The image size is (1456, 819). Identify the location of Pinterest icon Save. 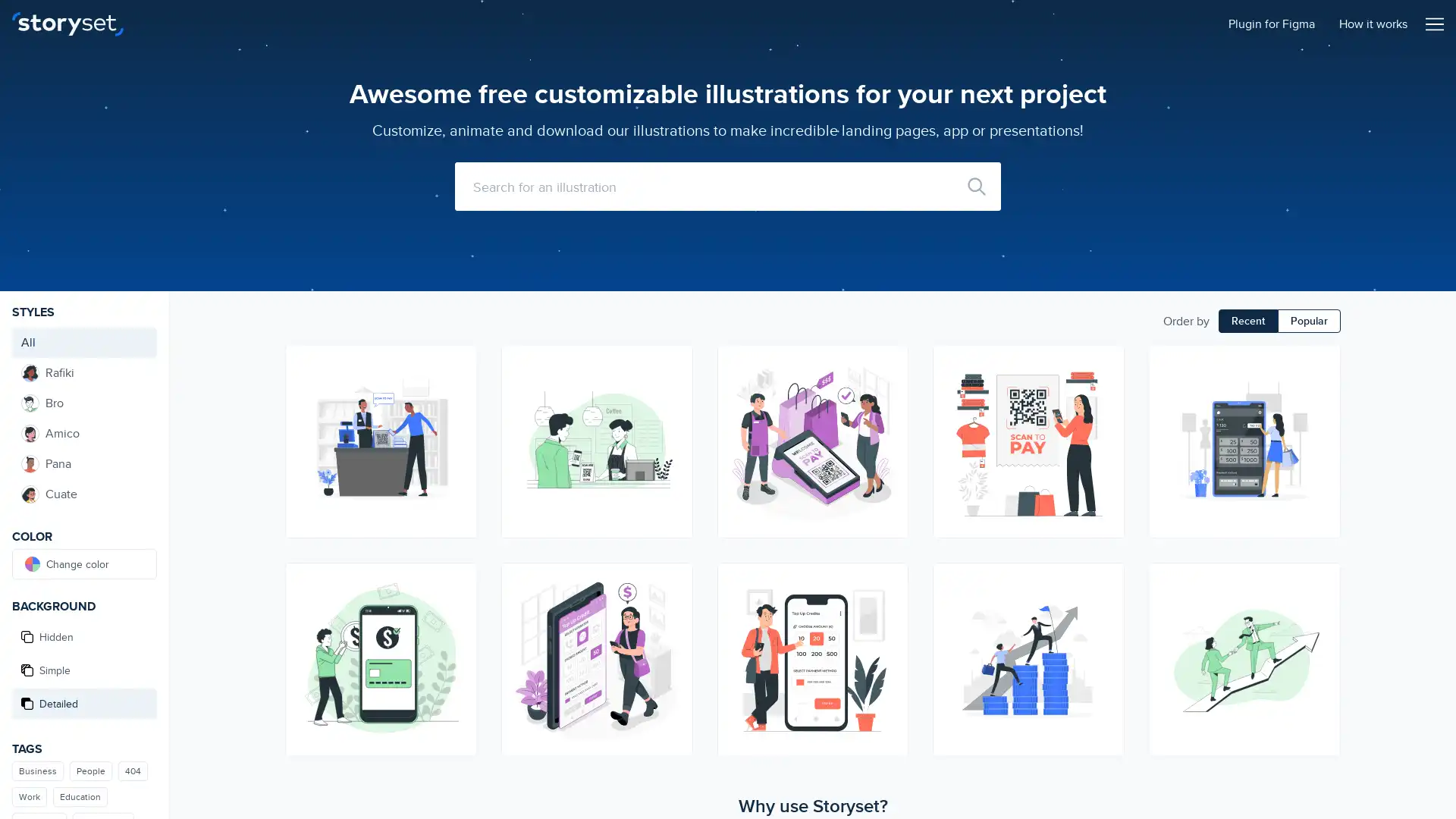
(673, 635).